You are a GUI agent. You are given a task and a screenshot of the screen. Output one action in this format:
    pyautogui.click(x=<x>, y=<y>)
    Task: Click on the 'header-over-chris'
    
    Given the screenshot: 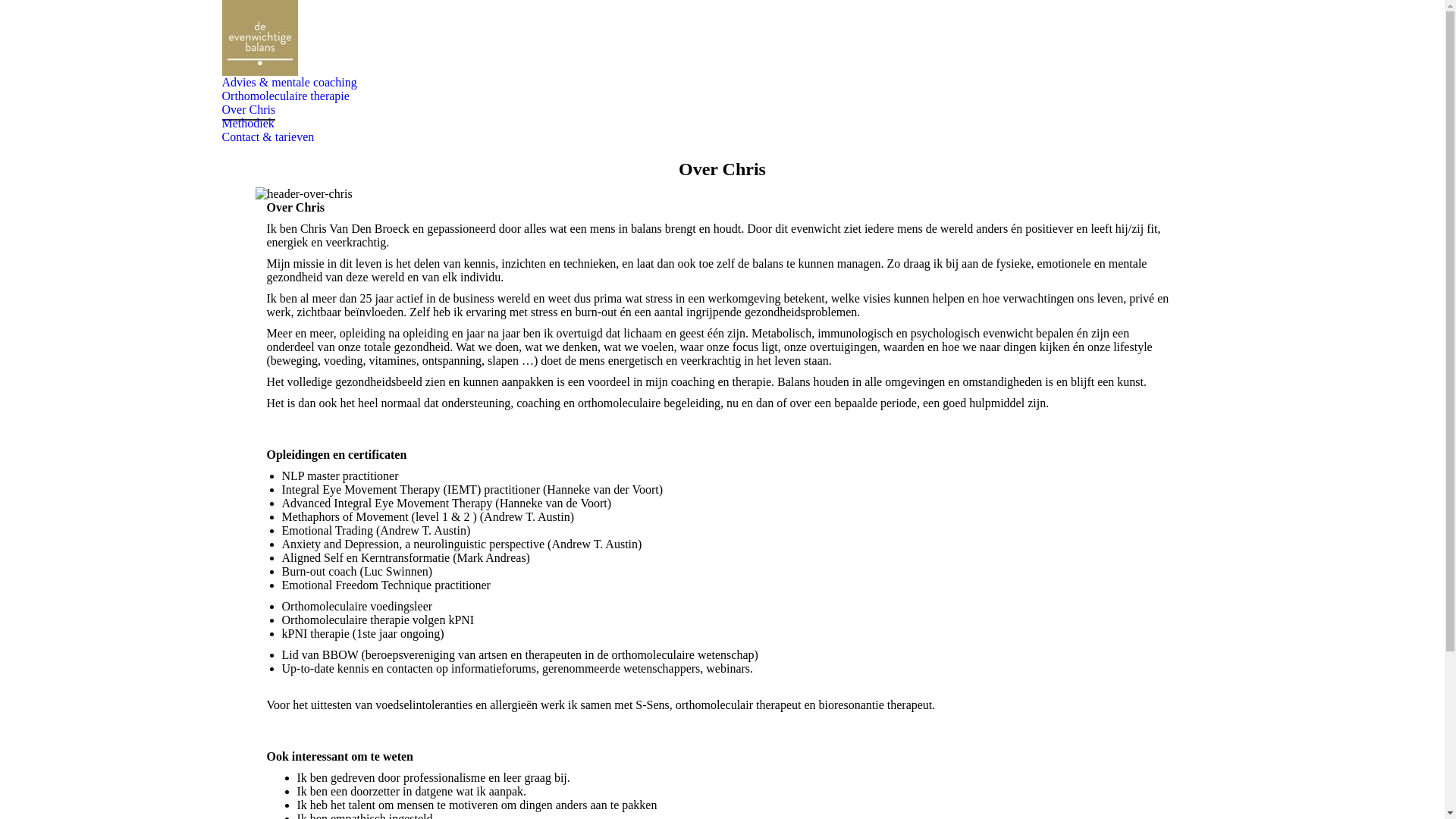 What is the action you would take?
    pyautogui.click(x=303, y=193)
    